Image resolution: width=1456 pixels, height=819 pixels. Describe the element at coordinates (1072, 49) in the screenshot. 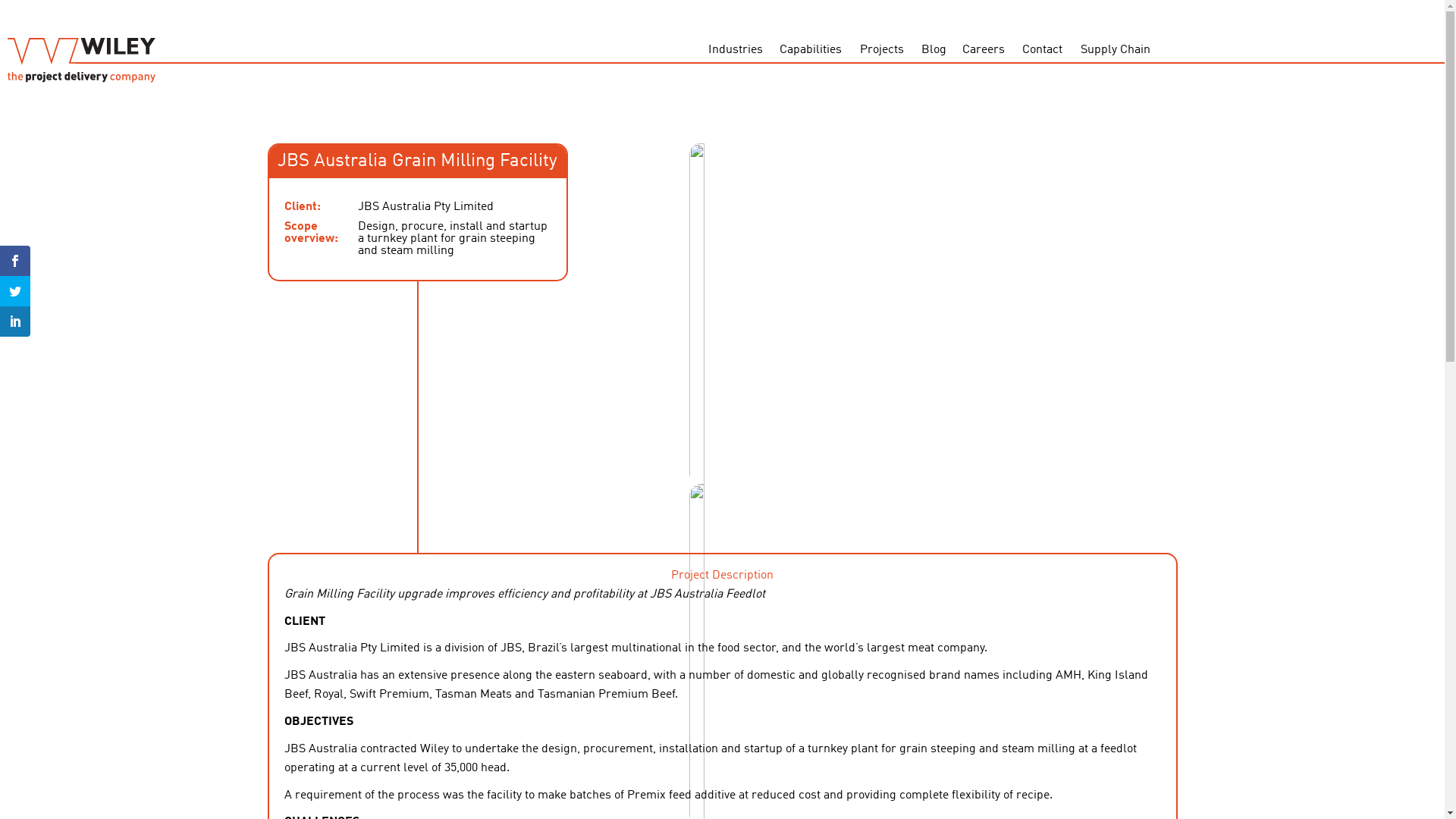

I see `'Supply Chain'` at that location.